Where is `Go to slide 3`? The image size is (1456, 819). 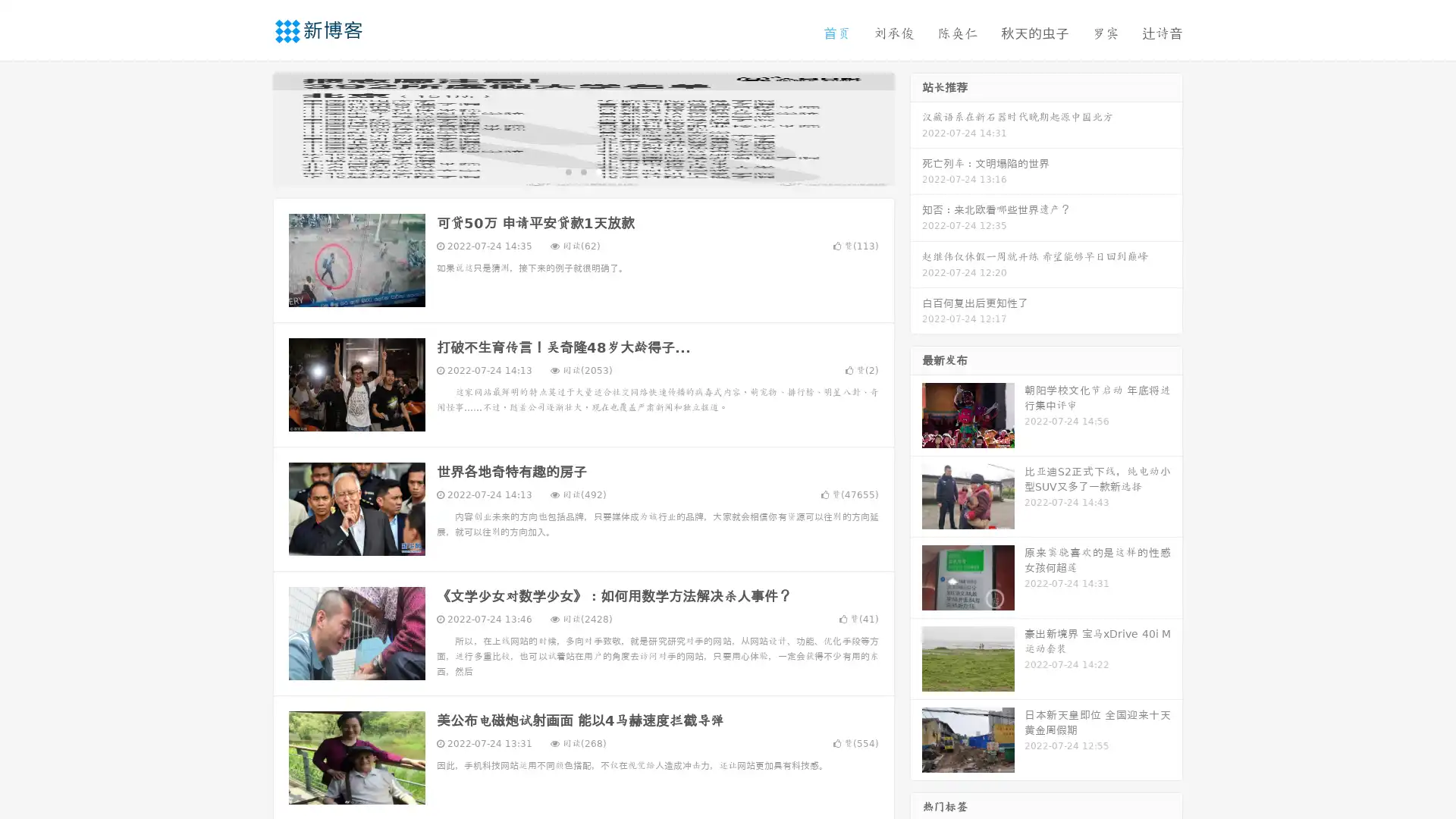
Go to slide 3 is located at coordinates (598, 171).